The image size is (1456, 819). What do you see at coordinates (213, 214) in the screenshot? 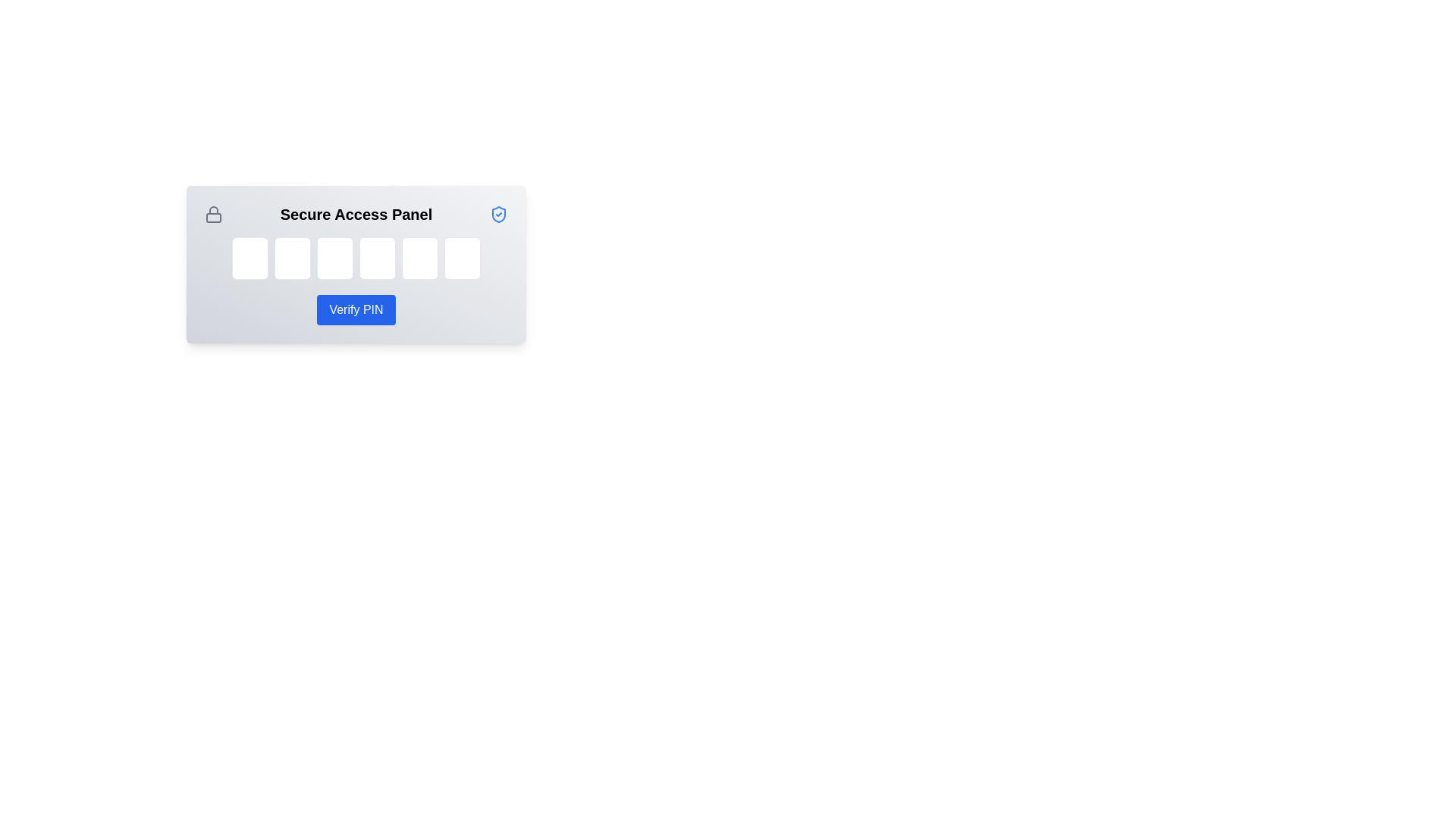
I see `the lock-shaped icon, which is a monochrome, minimalistic design located to the left of the 'Secure Access Panel' text` at bounding box center [213, 214].